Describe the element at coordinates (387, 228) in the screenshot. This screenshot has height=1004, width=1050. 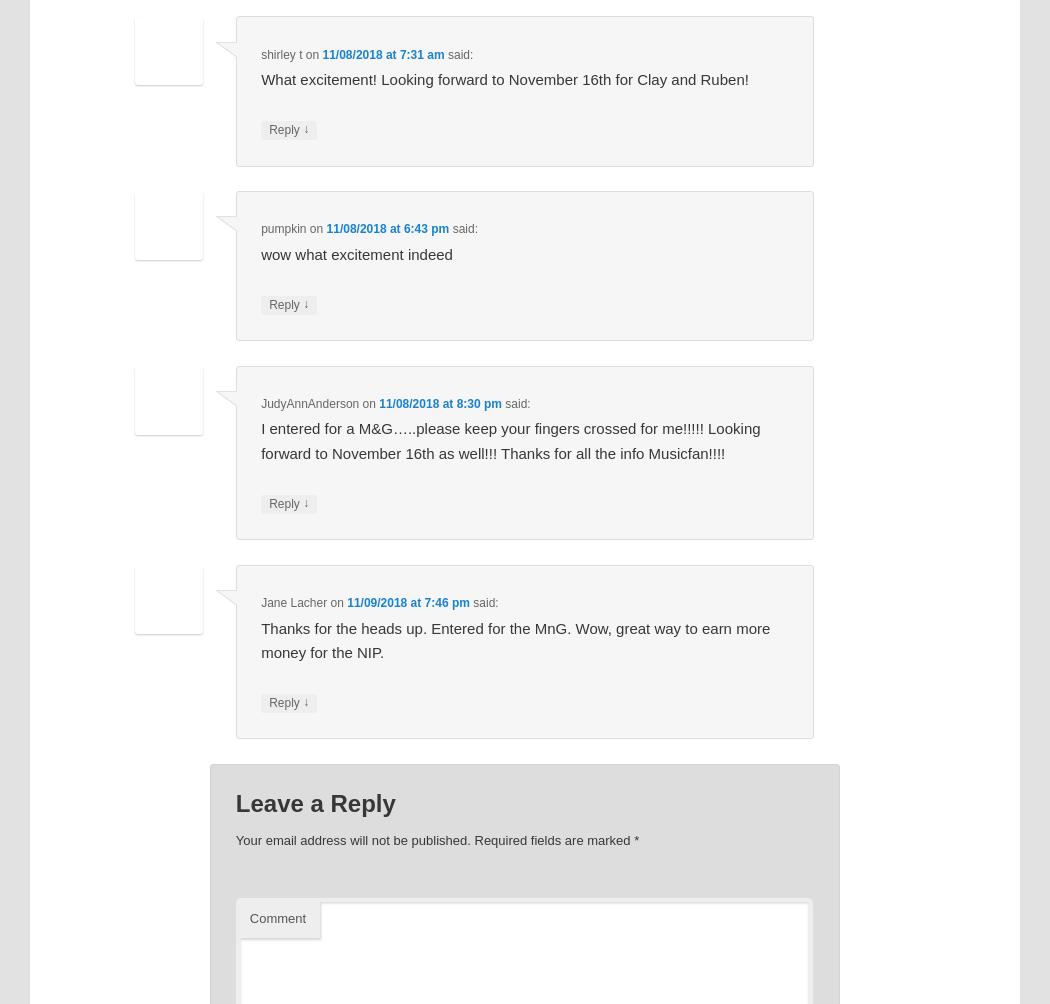
I see `'11/08/2018 at 6:43 pm'` at that location.